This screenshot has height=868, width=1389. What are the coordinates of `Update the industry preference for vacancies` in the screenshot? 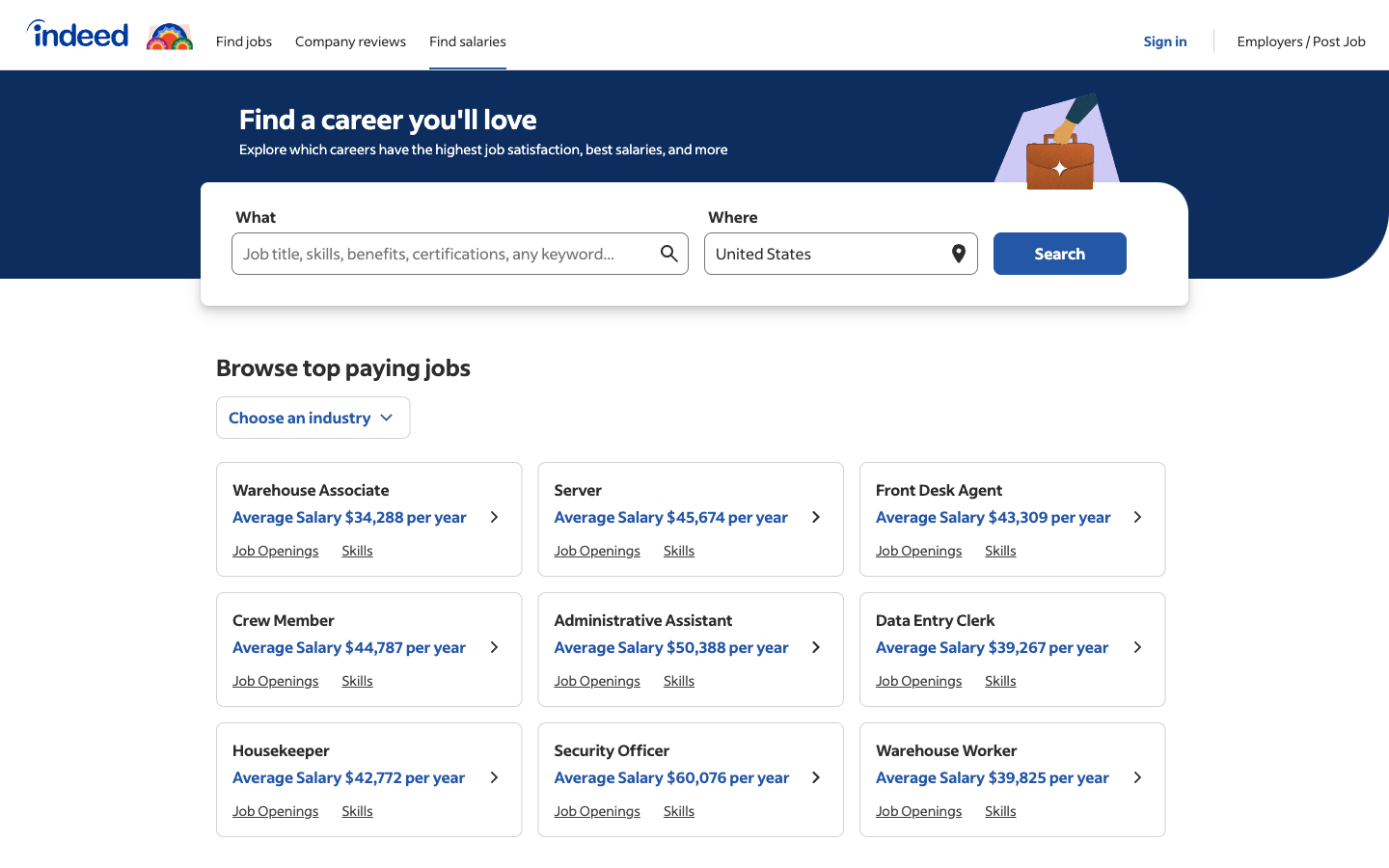 It's located at (313, 417).